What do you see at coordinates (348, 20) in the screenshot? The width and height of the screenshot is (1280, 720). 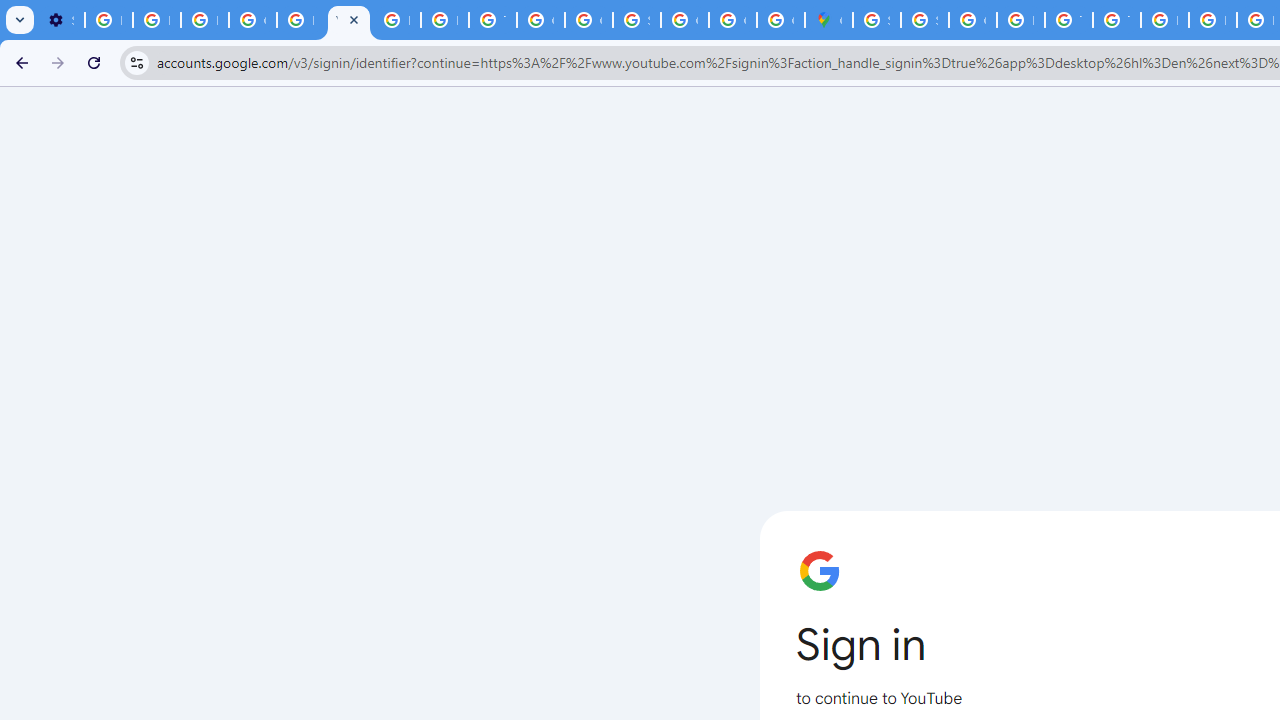 I see `'YouTube'` at bounding box center [348, 20].